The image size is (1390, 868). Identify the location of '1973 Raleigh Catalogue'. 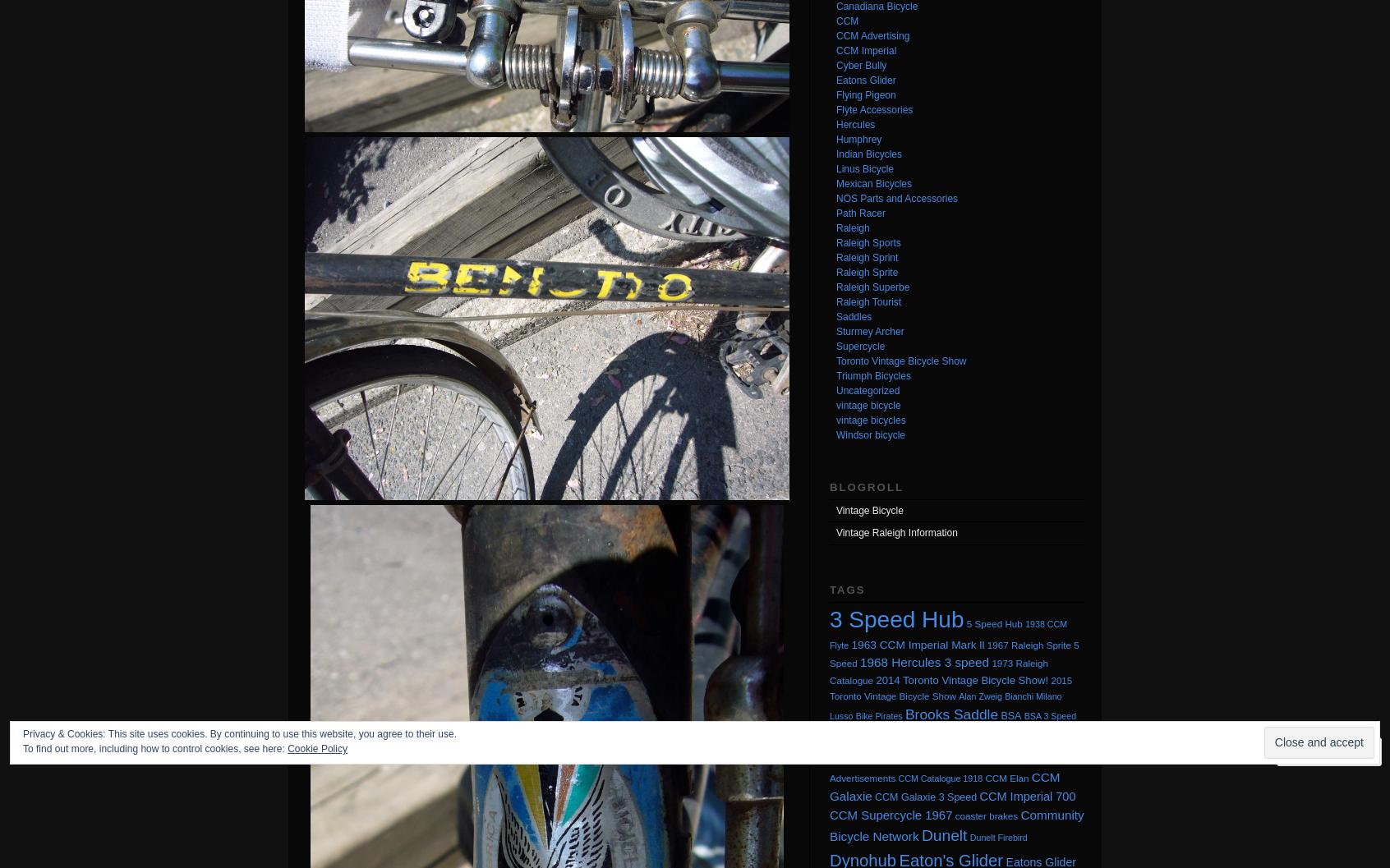
(828, 672).